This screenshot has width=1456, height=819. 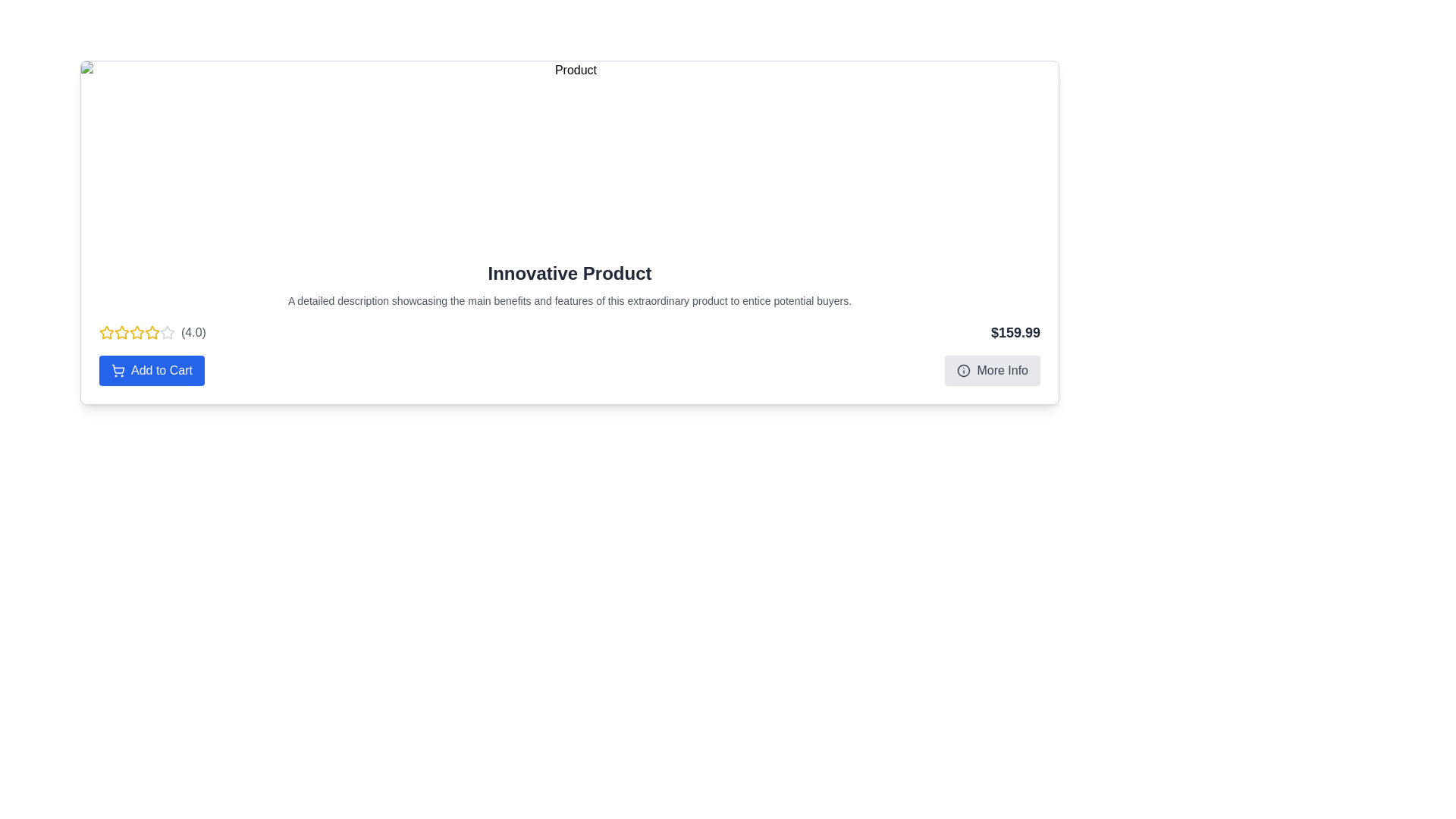 I want to click on the button located at the bottom-right corner of the card-like layout, so click(x=993, y=371).